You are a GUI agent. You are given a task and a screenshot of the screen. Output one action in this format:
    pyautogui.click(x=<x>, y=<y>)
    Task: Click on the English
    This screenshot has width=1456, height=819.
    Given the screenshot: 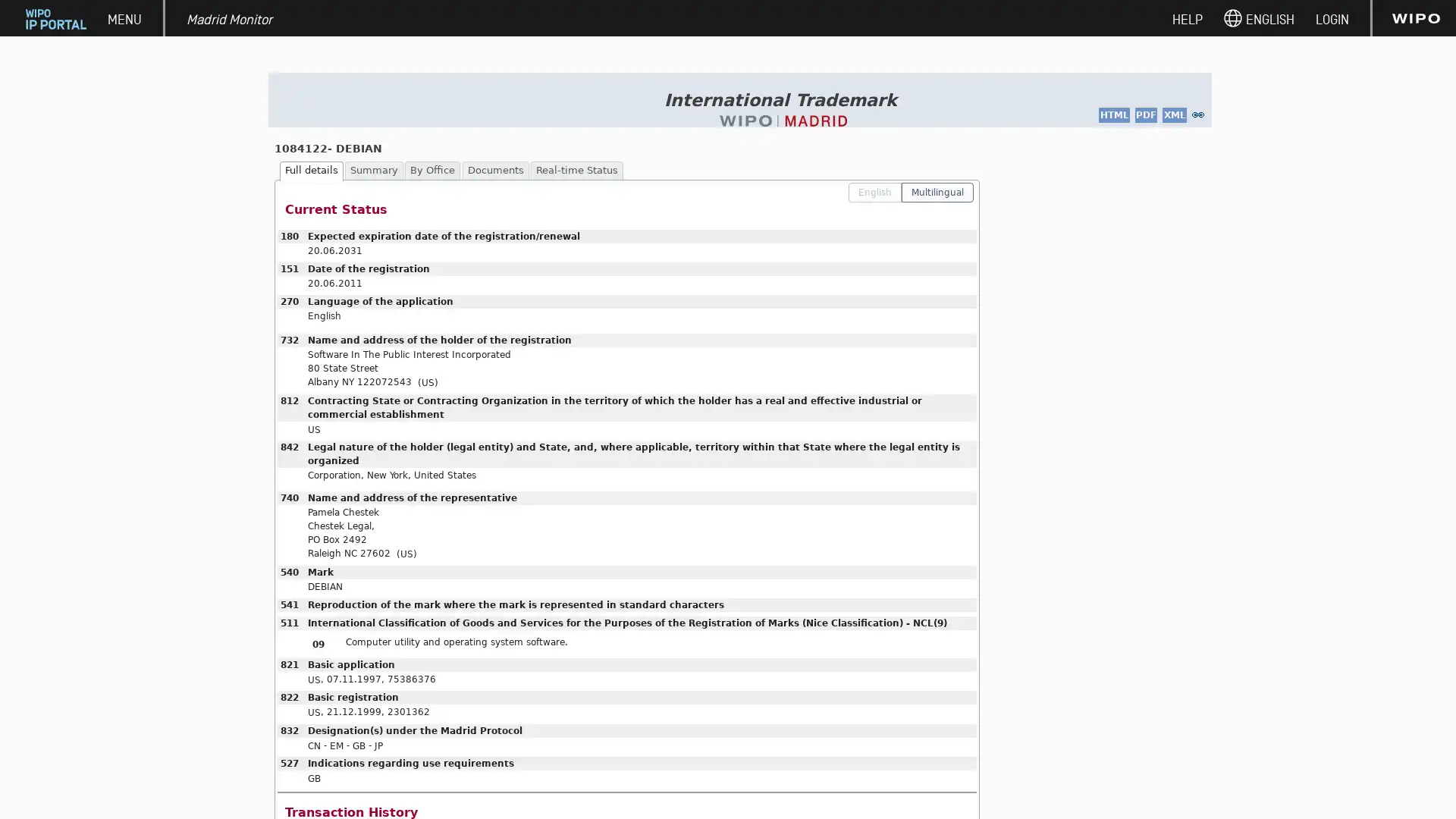 What is the action you would take?
    pyautogui.click(x=874, y=191)
    